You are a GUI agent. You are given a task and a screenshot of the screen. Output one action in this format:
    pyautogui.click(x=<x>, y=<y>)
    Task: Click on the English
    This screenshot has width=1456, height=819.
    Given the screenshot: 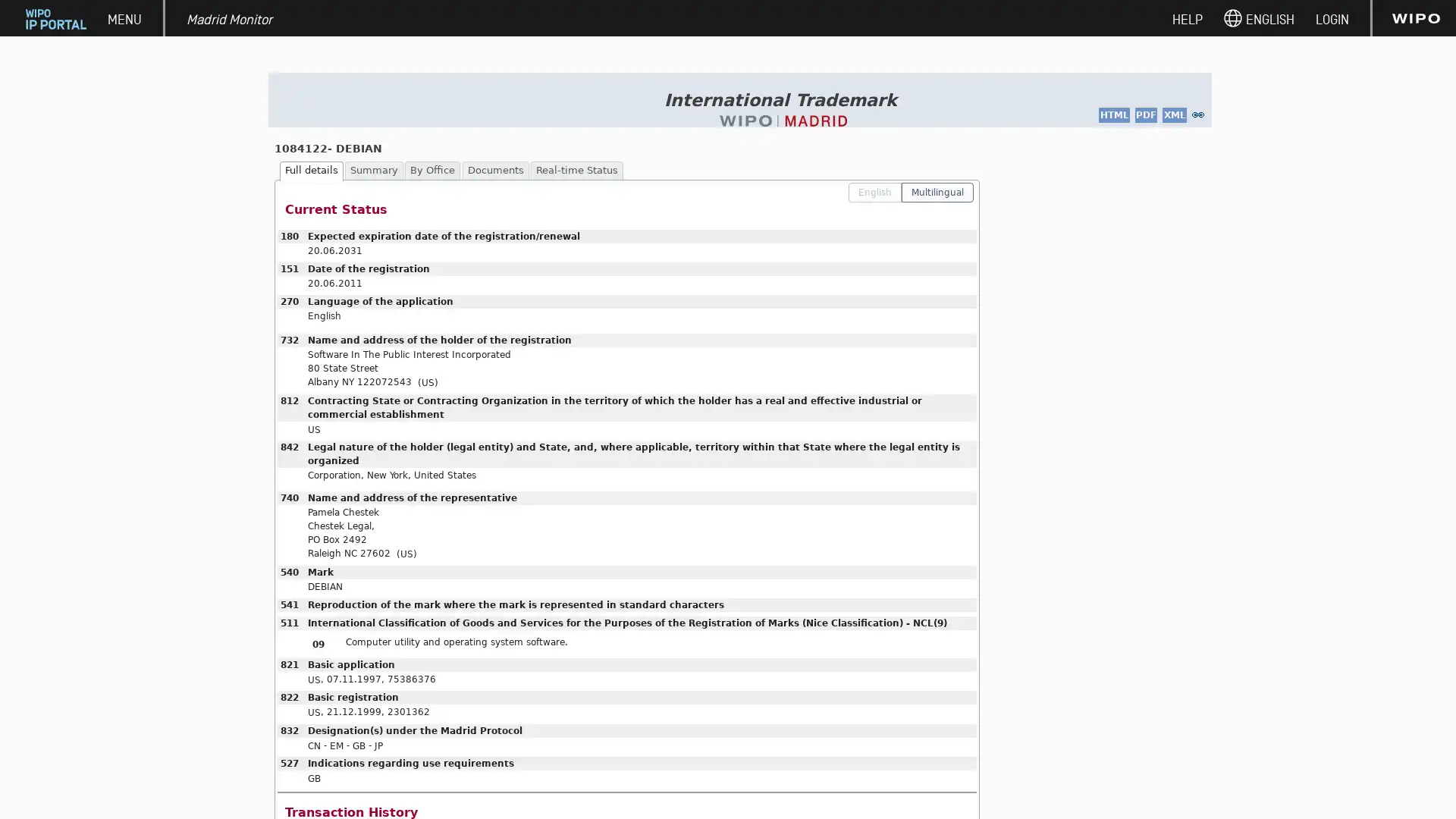 What is the action you would take?
    pyautogui.click(x=874, y=191)
    